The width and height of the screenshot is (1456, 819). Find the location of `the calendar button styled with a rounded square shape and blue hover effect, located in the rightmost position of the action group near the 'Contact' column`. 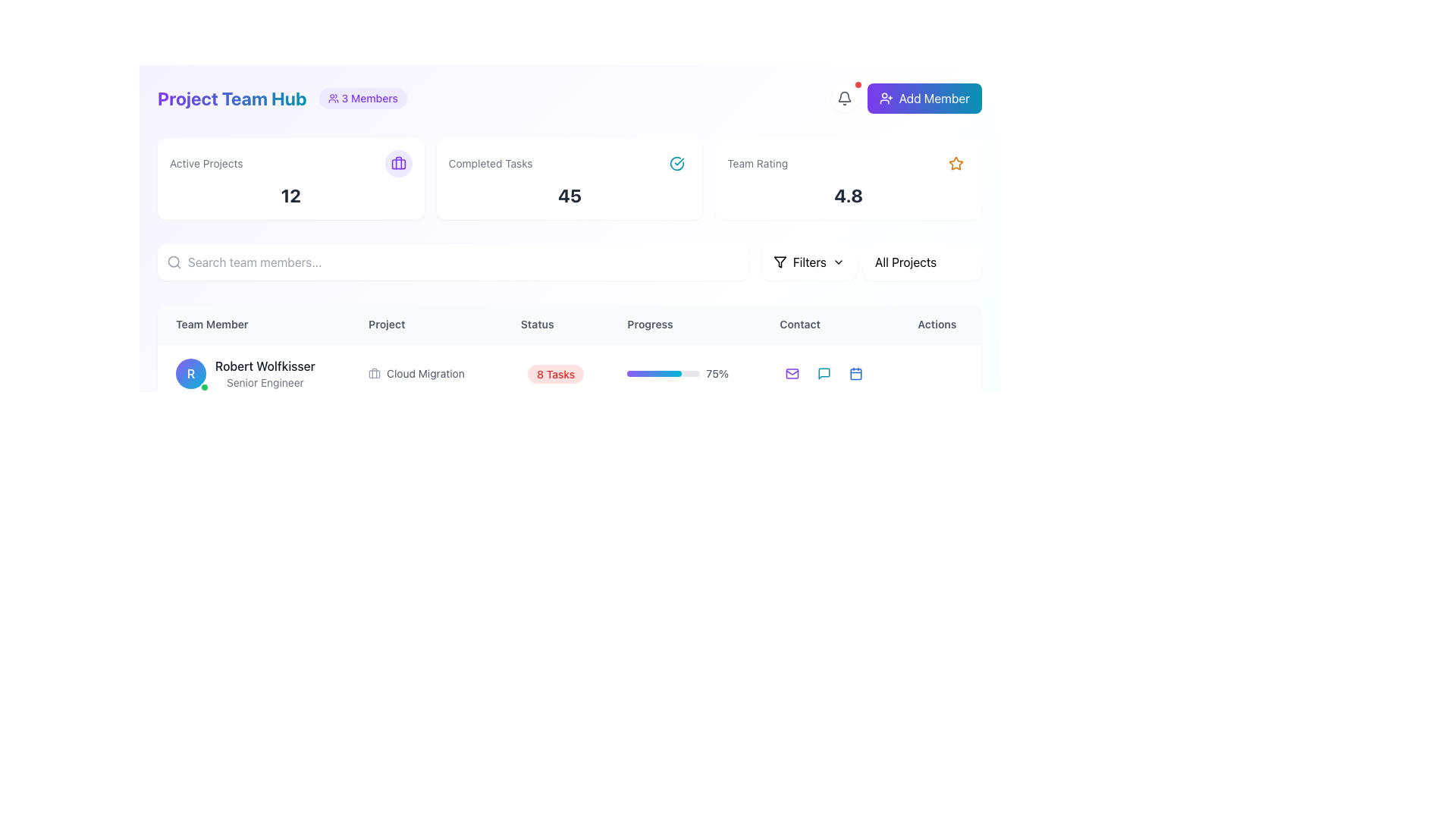

the calendar button styled with a rounded square shape and blue hover effect, located in the rightmost position of the action group near the 'Contact' column is located at coordinates (856, 431).